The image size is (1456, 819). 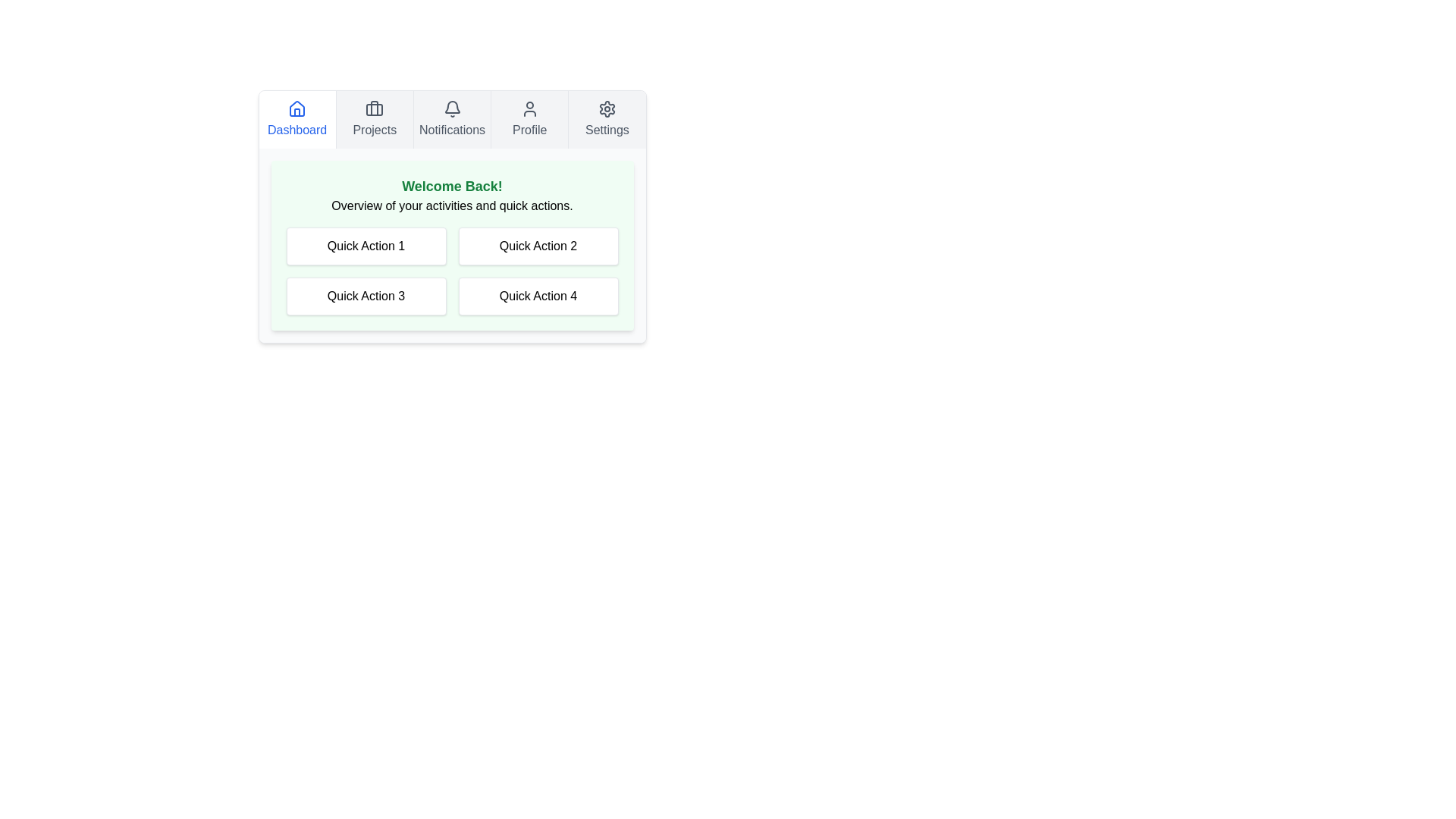 I want to click on the rectangular base of the 'Briefcase' icon located in the navigation header bar, which is positioned second from the left, to visually indicate the 'Projects' section, so click(x=375, y=109).